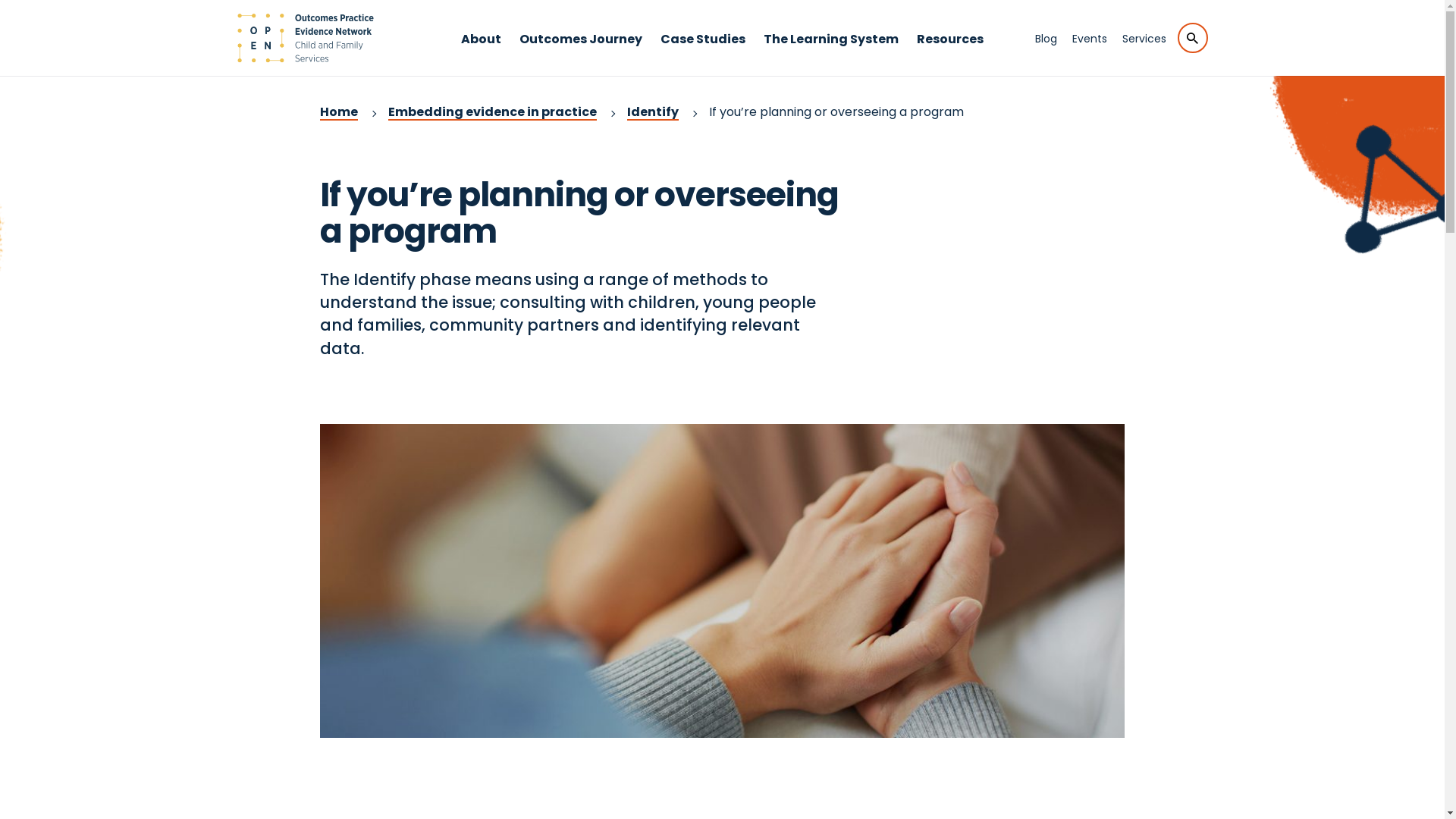 The image size is (1456, 819). Describe the element at coordinates (1144, 37) in the screenshot. I see `'Services'` at that location.